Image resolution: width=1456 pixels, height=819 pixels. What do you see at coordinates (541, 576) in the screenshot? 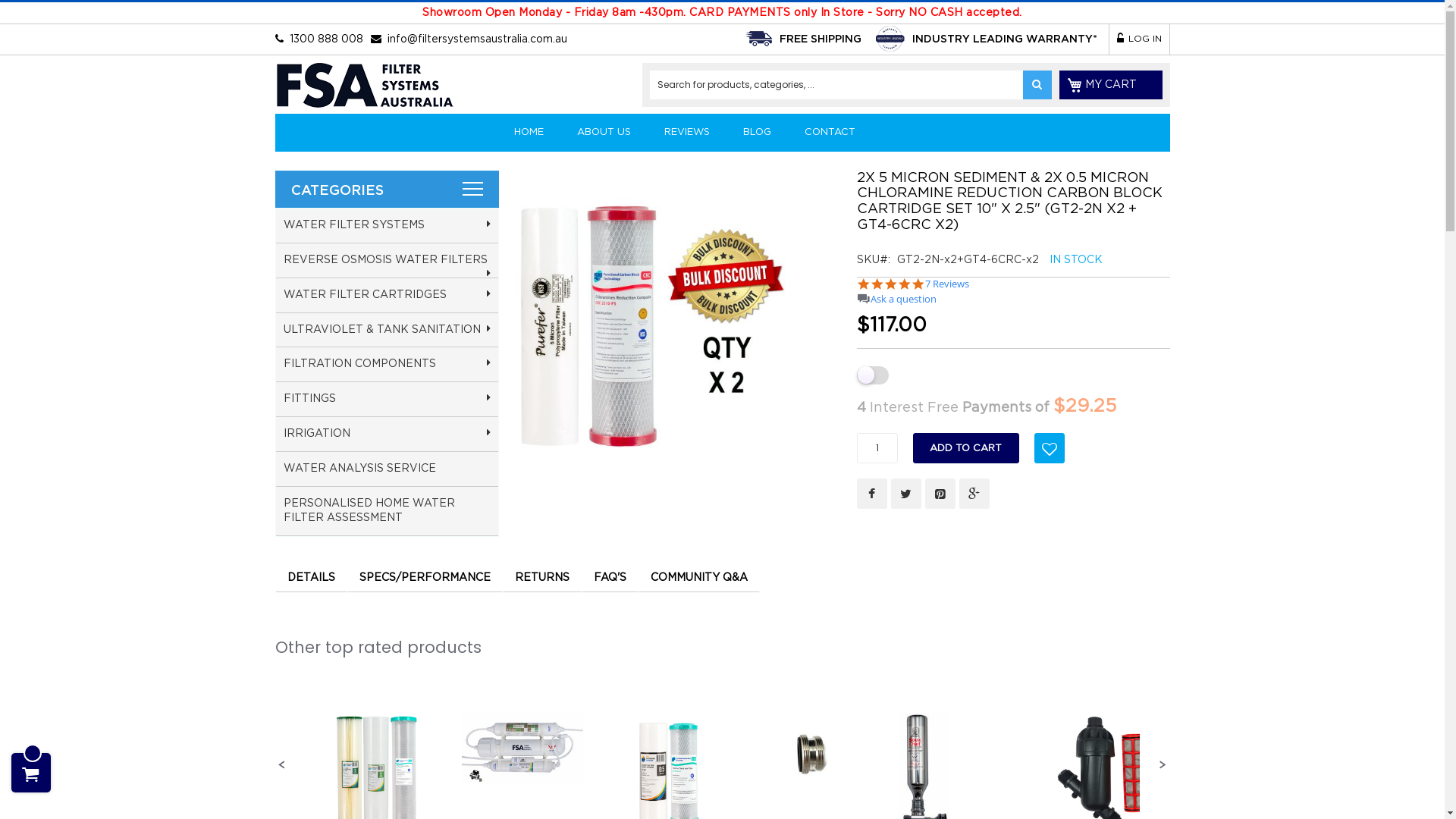
I see `'RETURNS'` at bounding box center [541, 576].